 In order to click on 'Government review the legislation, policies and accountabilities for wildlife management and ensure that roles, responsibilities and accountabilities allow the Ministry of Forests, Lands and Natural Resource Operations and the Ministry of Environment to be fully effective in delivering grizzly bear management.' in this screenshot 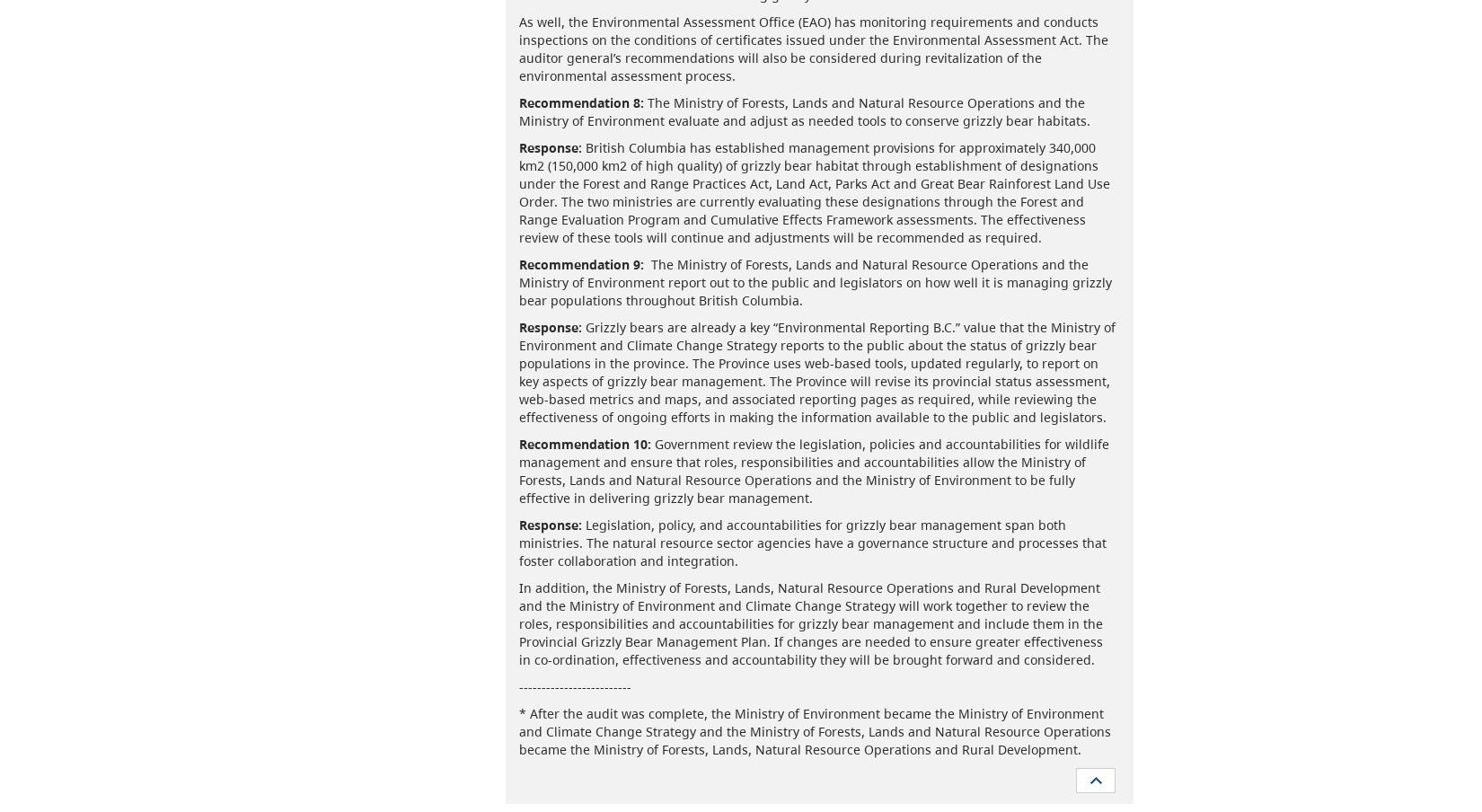, I will do `click(813, 470)`.